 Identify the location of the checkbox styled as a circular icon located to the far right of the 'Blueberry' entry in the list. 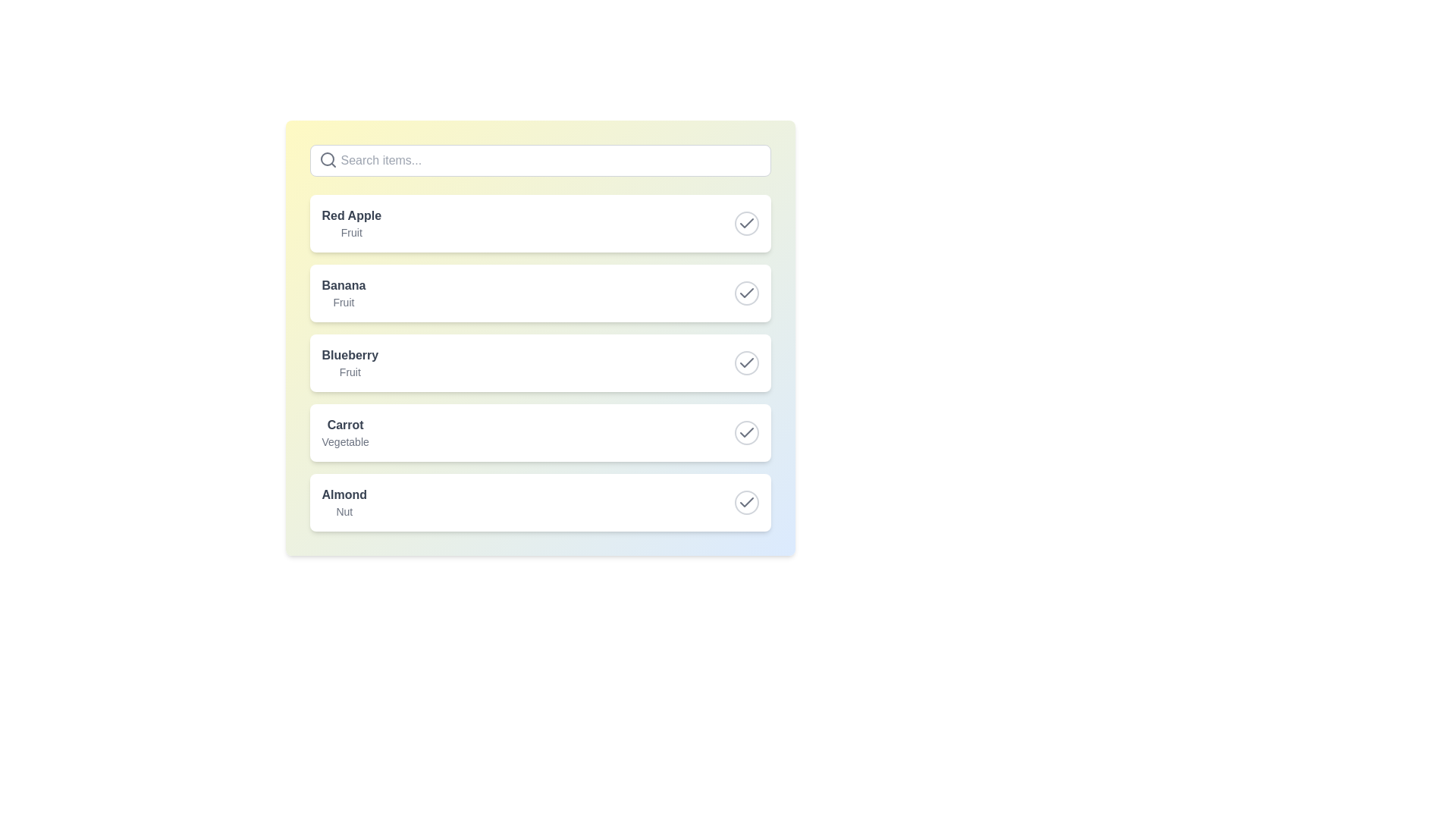
(746, 362).